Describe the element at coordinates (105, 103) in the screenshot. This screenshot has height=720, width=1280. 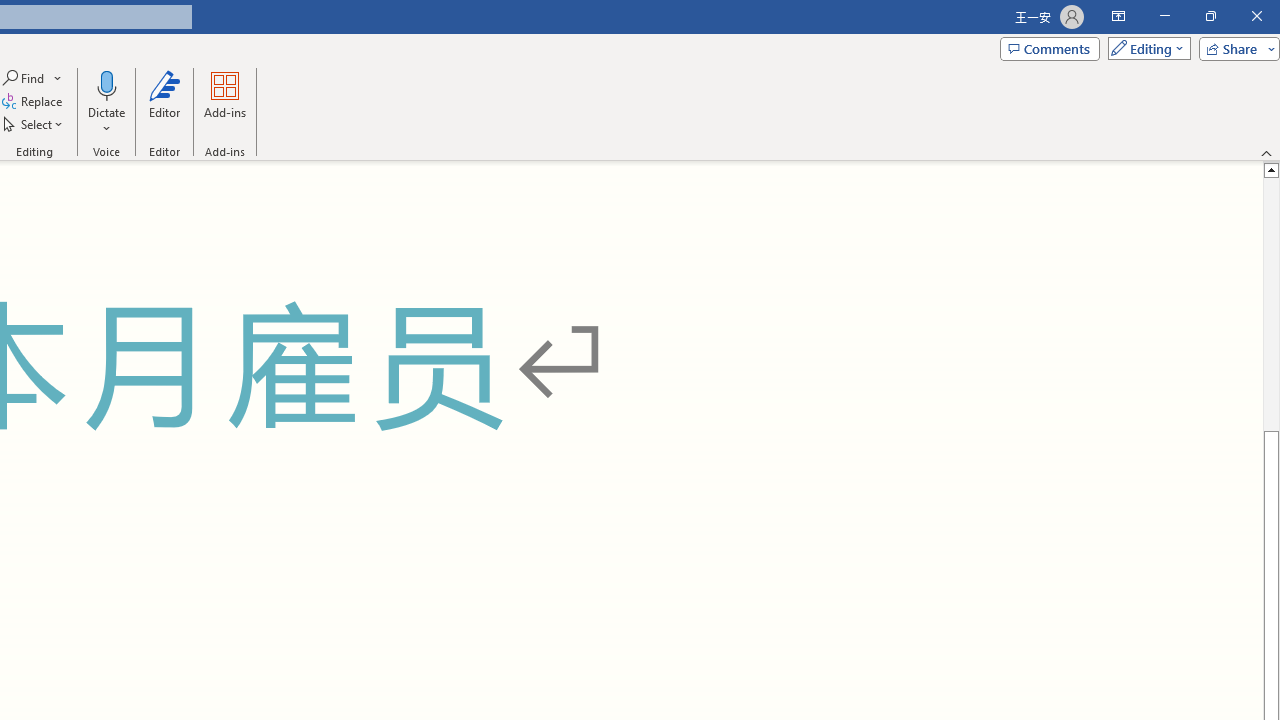
I see `'Dictate'` at that location.